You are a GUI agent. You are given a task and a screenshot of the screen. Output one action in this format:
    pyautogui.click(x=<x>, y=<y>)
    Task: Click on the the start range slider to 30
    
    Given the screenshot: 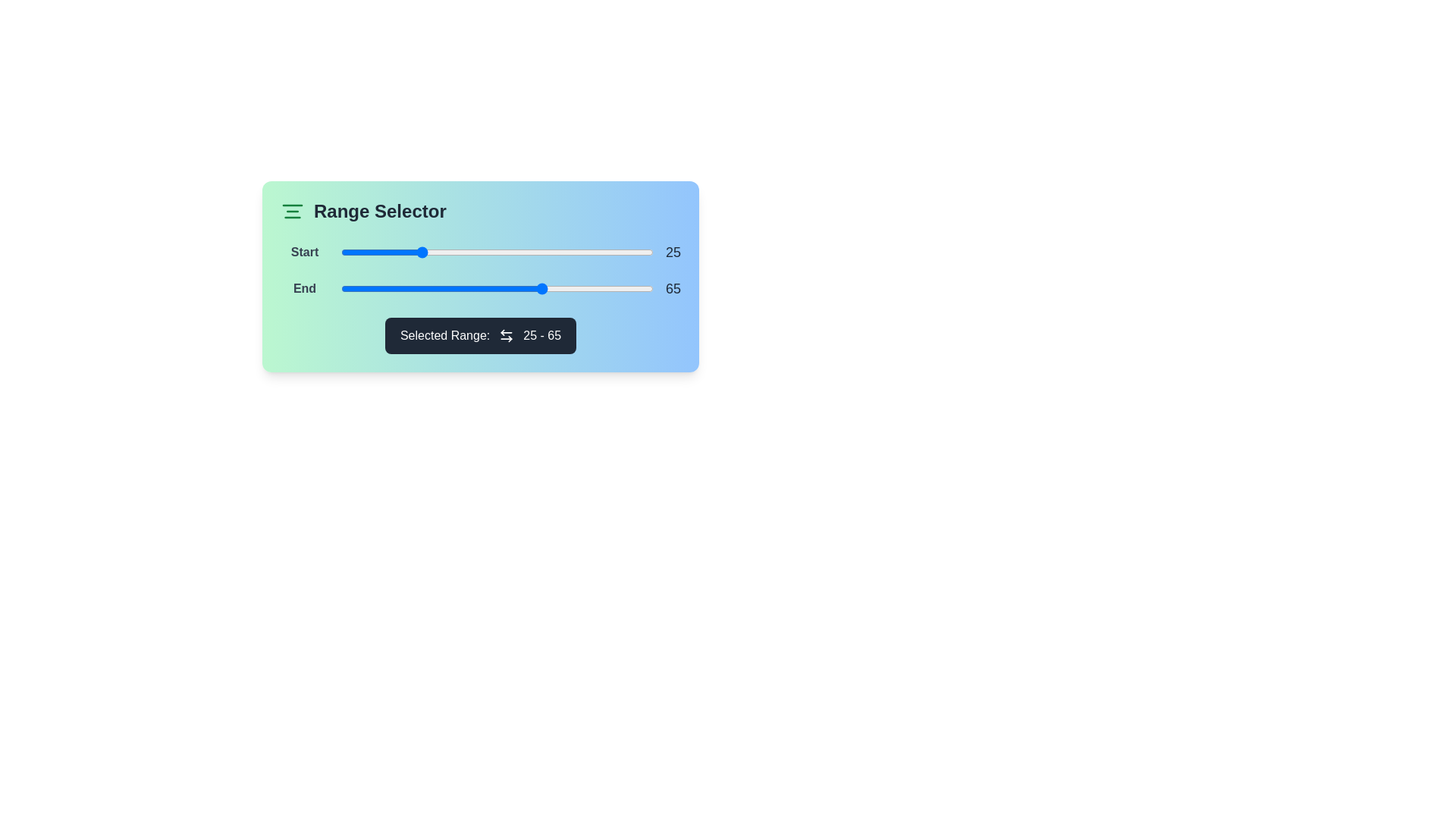 What is the action you would take?
    pyautogui.click(x=434, y=251)
    